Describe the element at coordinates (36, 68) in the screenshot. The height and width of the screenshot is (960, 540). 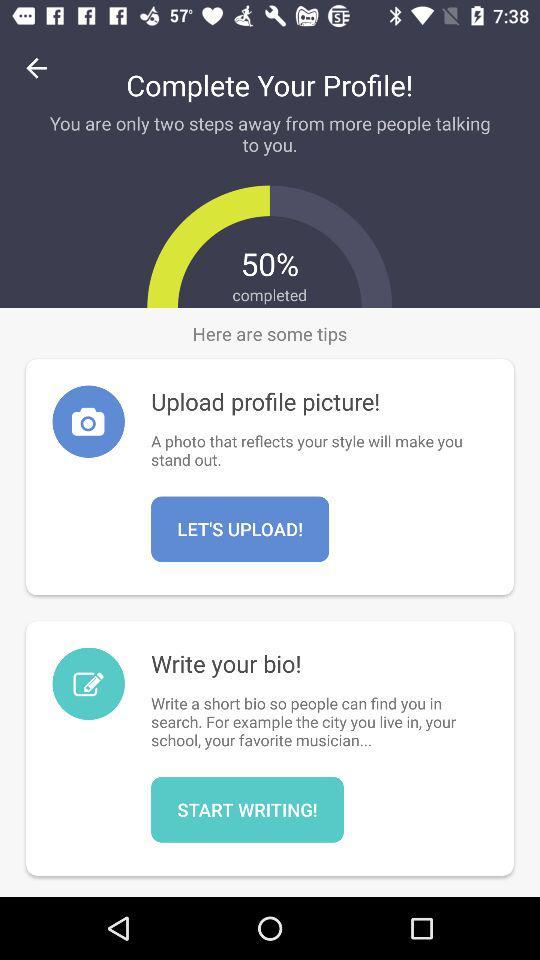
I see `icon at the top left corner` at that location.